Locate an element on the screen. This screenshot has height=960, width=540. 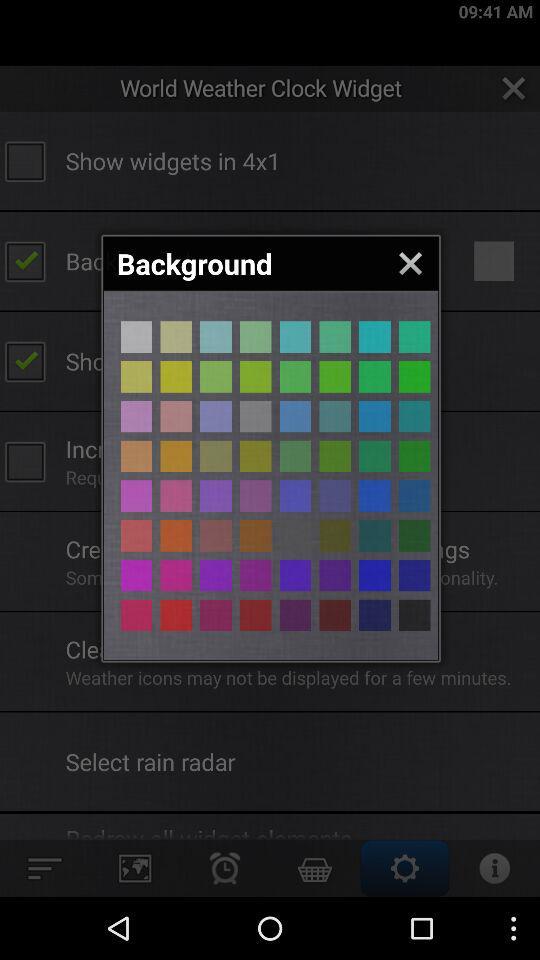
choose the color is located at coordinates (413, 534).